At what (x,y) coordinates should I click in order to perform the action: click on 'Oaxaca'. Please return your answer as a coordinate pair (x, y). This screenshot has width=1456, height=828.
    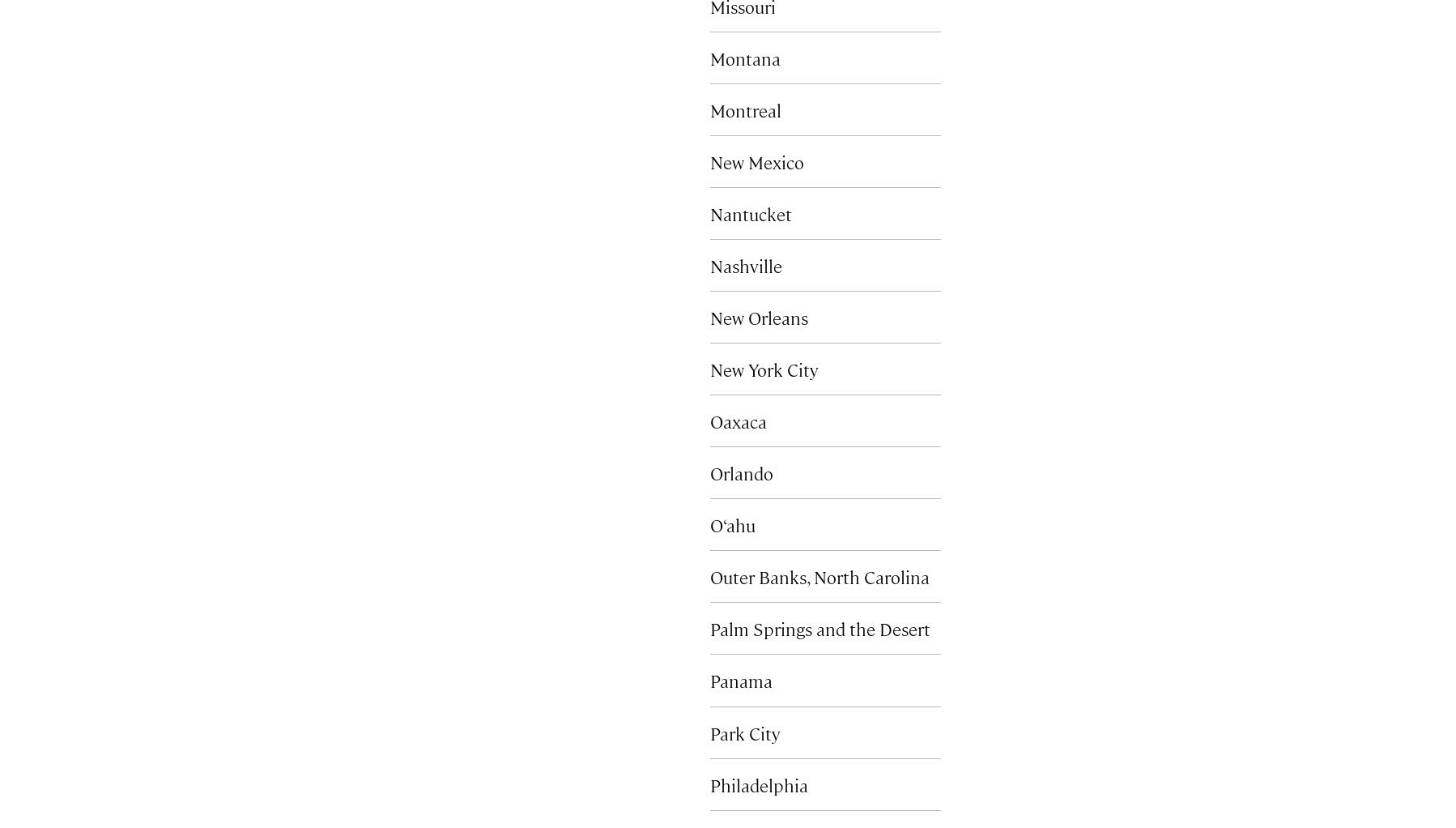
    Looking at the image, I should click on (737, 420).